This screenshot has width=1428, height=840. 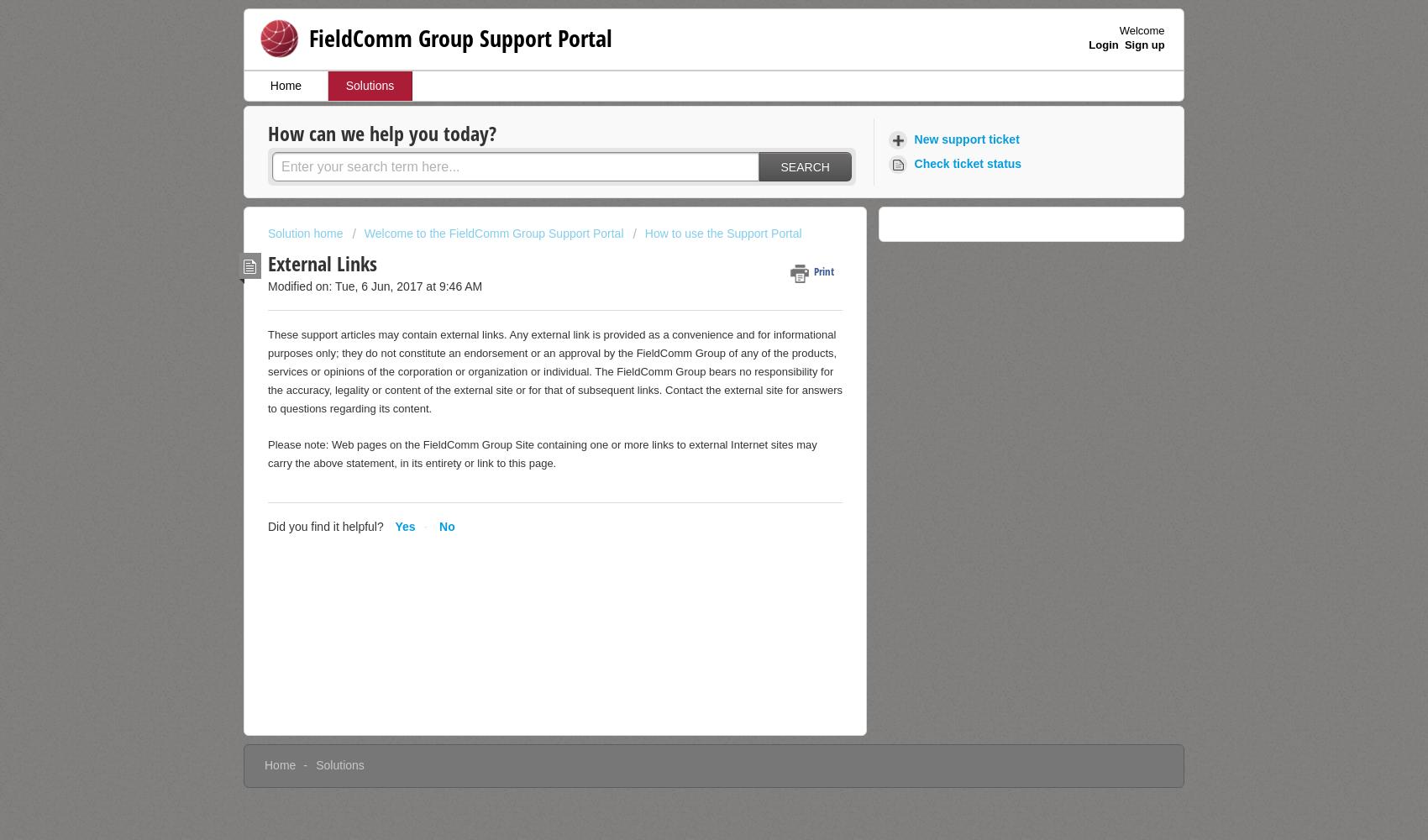 What do you see at coordinates (279, 765) in the screenshot?
I see `'Home'` at bounding box center [279, 765].